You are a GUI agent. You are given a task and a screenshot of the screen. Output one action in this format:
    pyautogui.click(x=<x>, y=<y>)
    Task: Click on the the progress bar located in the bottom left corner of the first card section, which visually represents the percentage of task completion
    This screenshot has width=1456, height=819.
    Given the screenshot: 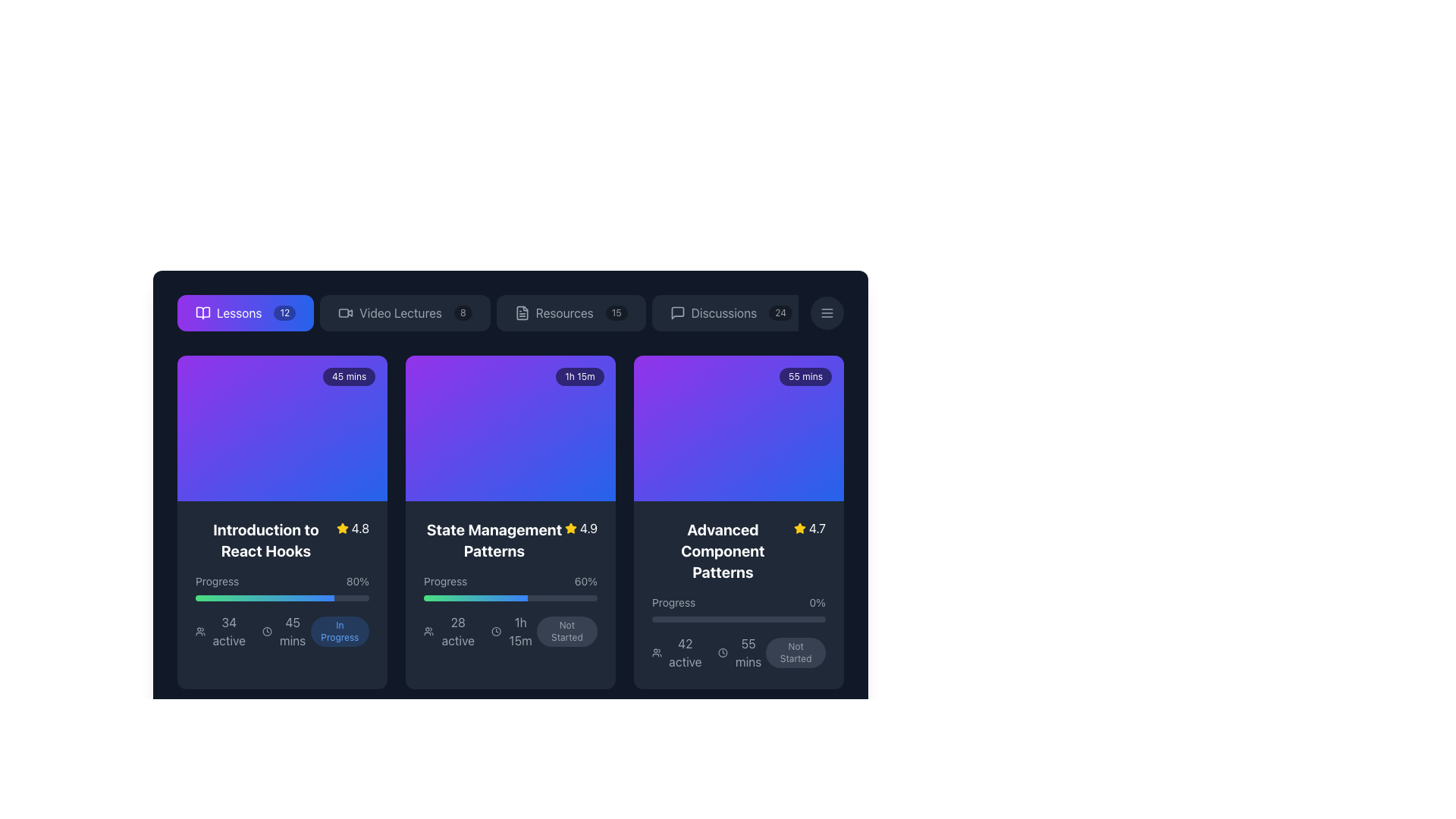 What is the action you would take?
    pyautogui.click(x=265, y=598)
    